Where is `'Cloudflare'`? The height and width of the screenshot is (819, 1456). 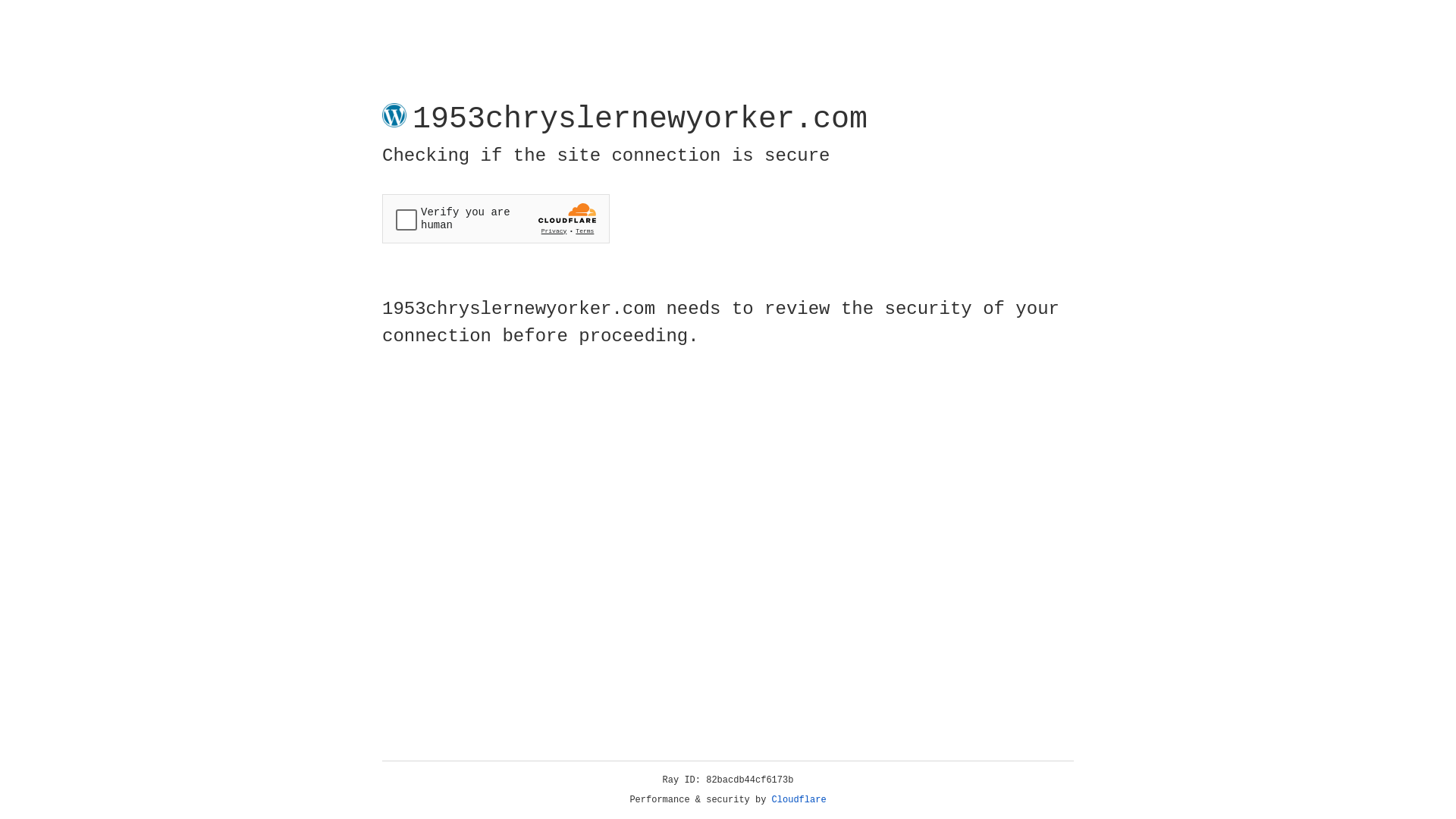
'Cloudflare' is located at coordinates (771, 799).